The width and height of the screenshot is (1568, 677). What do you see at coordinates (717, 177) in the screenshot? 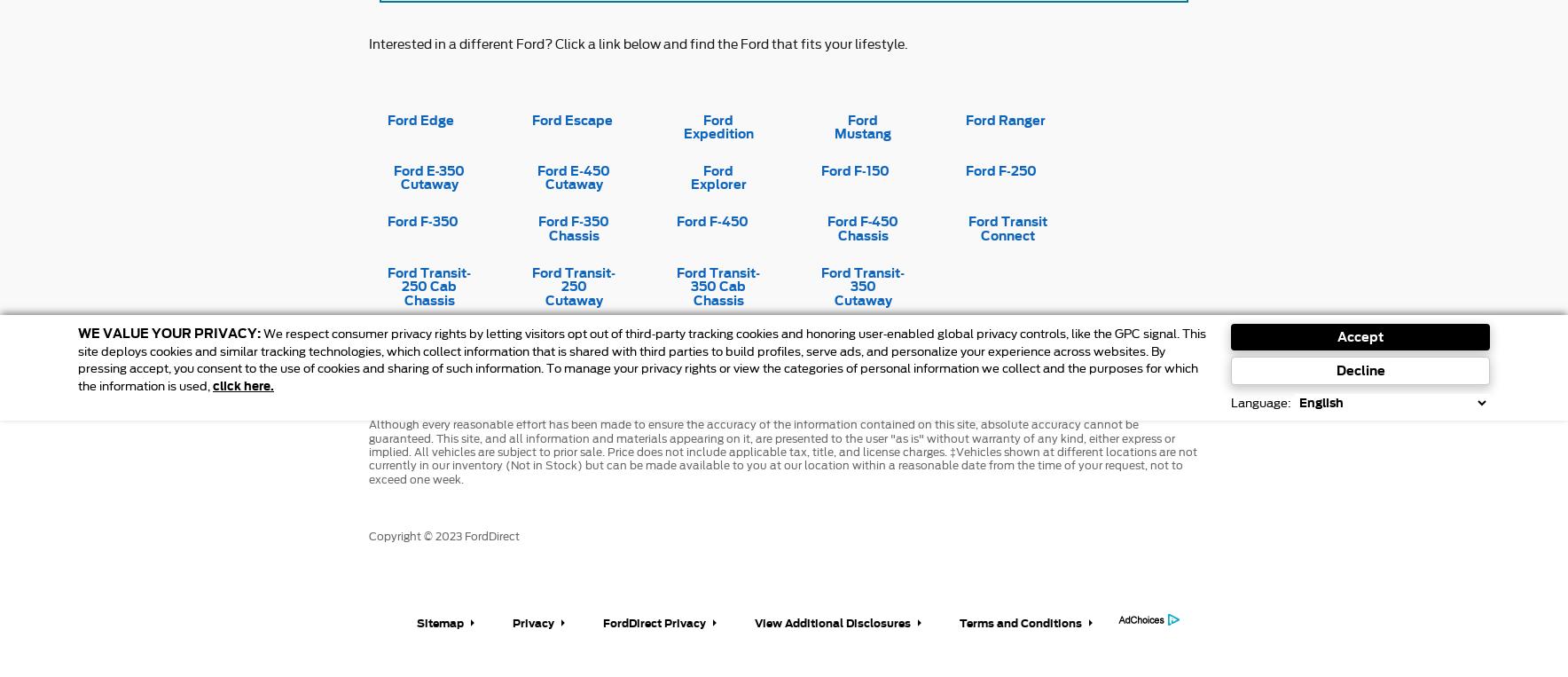
I see `'Ford Explorer'` at bounding box center [717, 177].